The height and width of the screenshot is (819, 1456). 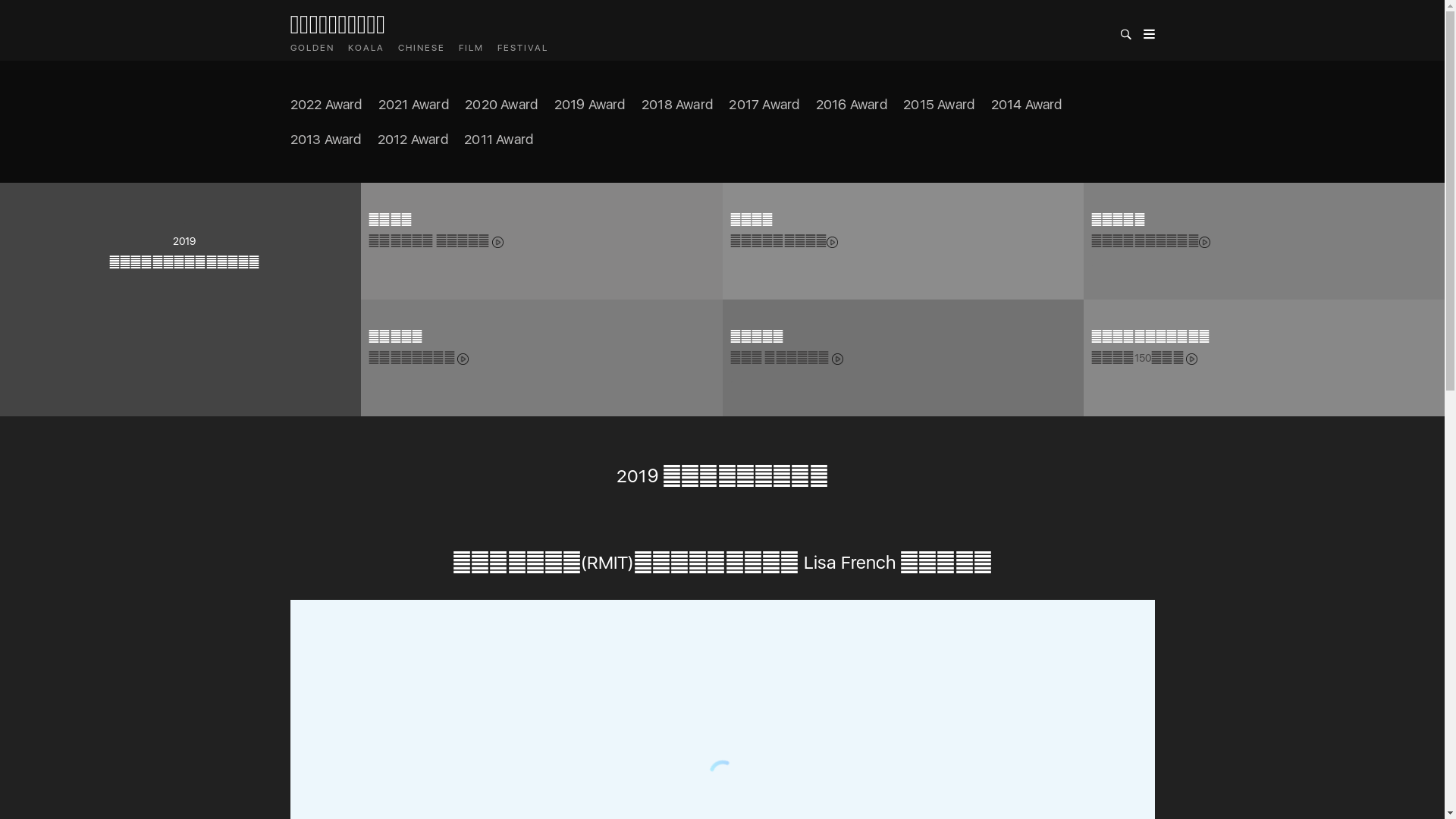 What do you see at coordinates (676, 103) in the screenshot?
I see `'2018 Award'` at bounding box center [676, 103].